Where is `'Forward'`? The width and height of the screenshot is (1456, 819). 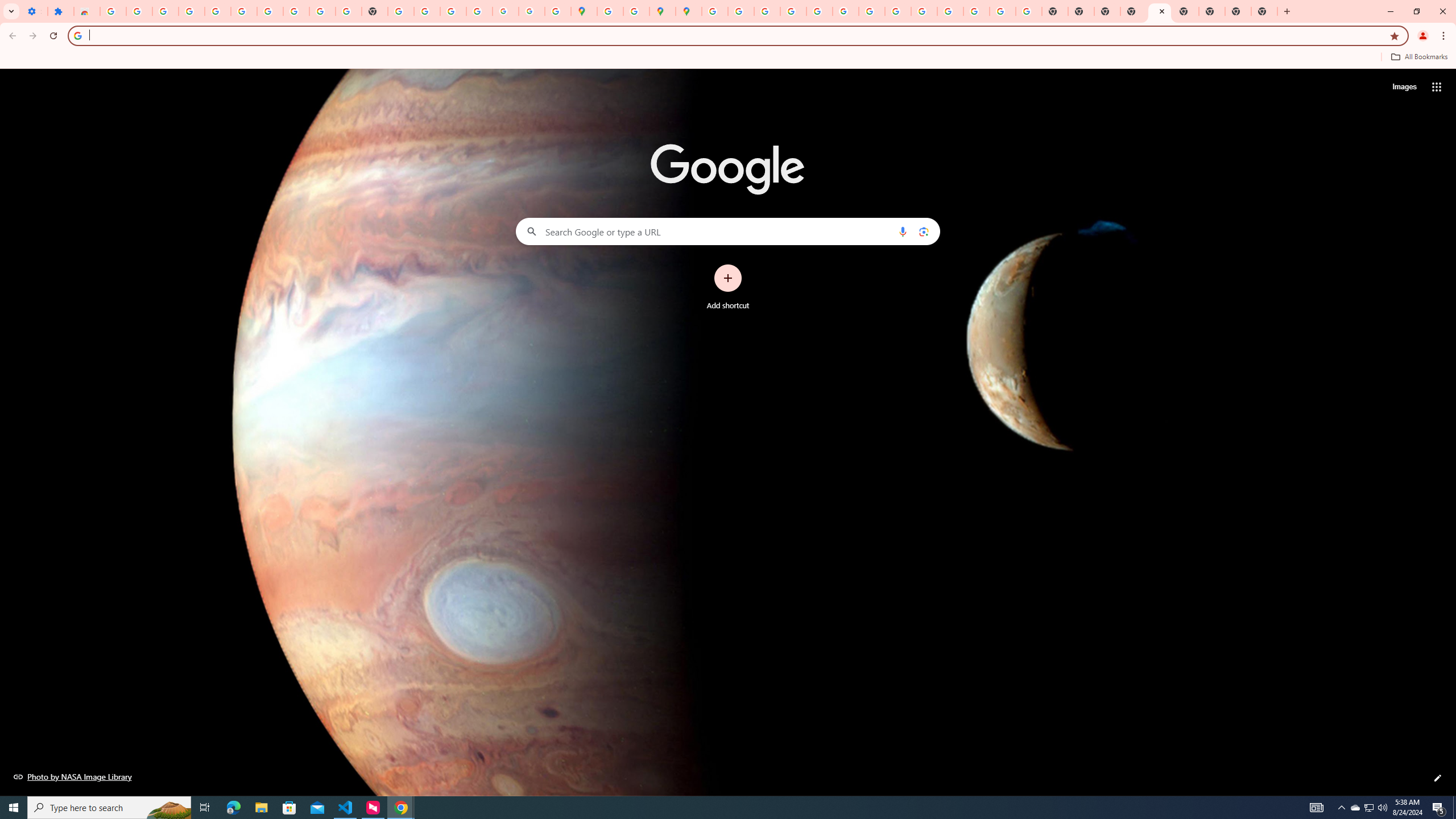 'Forward' is located at coordinates (32, 35).